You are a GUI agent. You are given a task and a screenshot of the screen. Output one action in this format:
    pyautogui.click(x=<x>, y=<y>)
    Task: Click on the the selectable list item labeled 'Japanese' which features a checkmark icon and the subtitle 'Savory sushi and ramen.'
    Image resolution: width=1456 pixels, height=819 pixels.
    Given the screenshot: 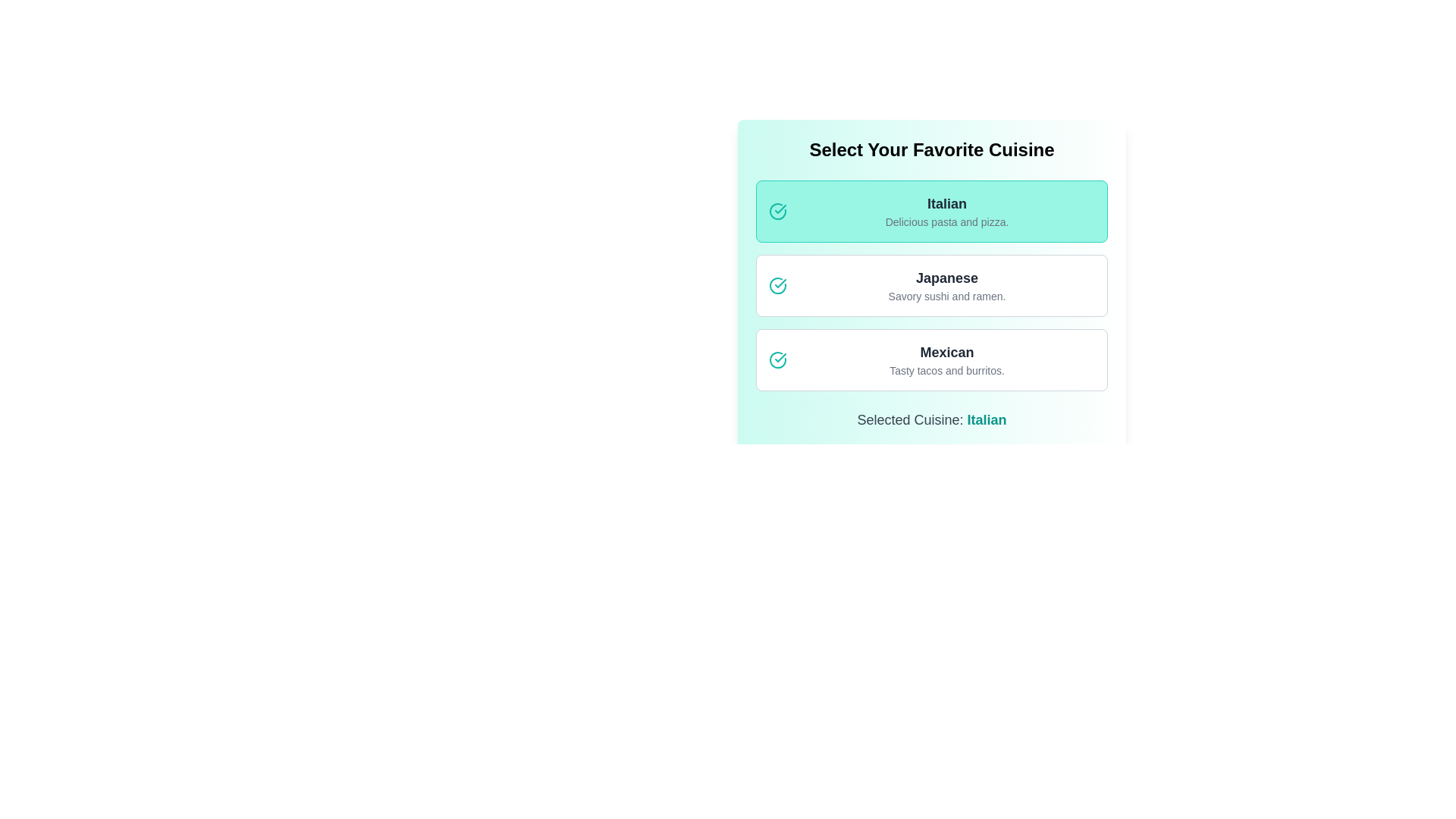 What is the action you would take?
    pyautogui.click(x=930, y=286)
    